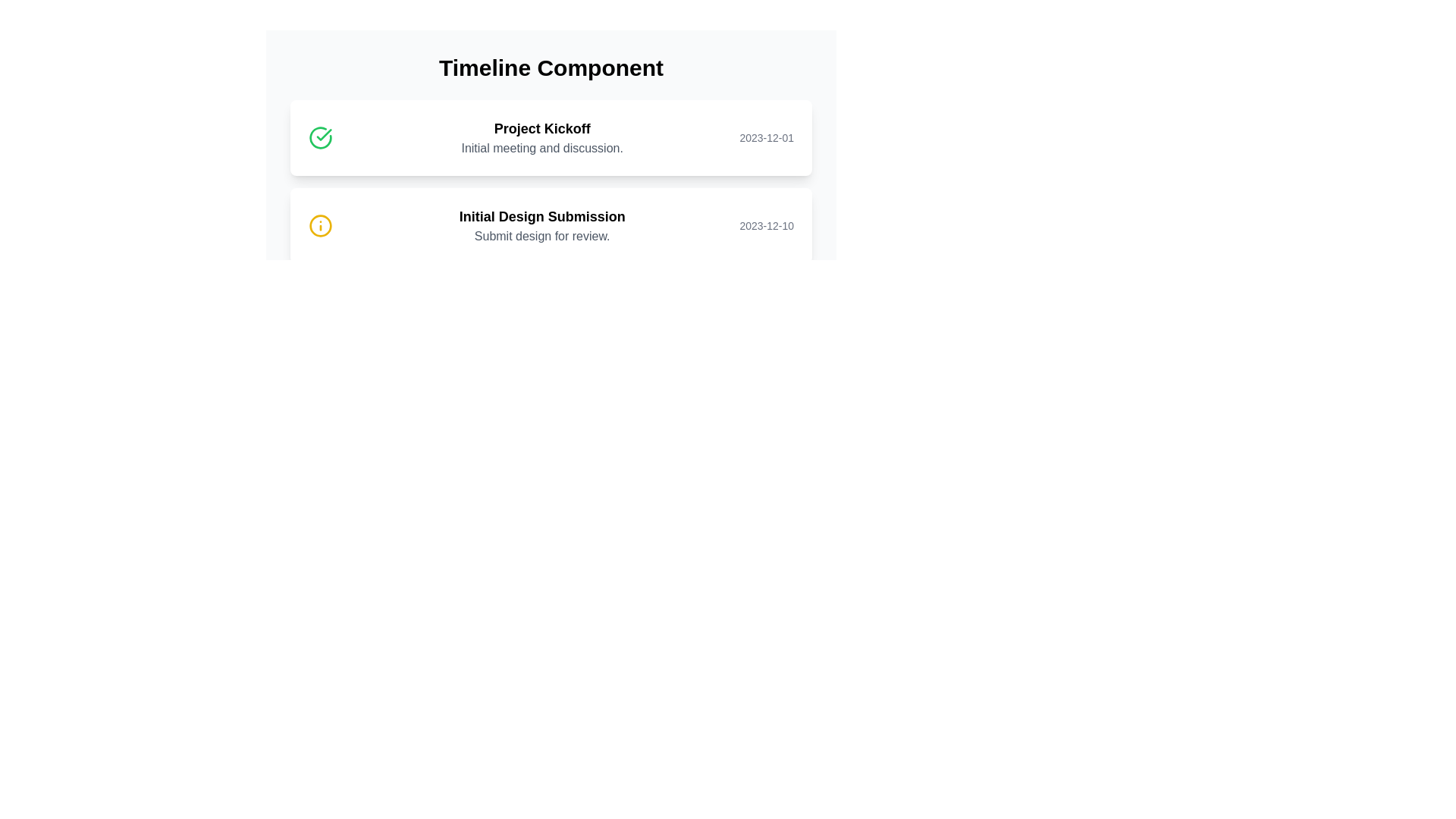 This screenshot has height=819, width=1456. I want to click on the second card titled 'Initial Design Submission' in the timeline, so click(550, 225).